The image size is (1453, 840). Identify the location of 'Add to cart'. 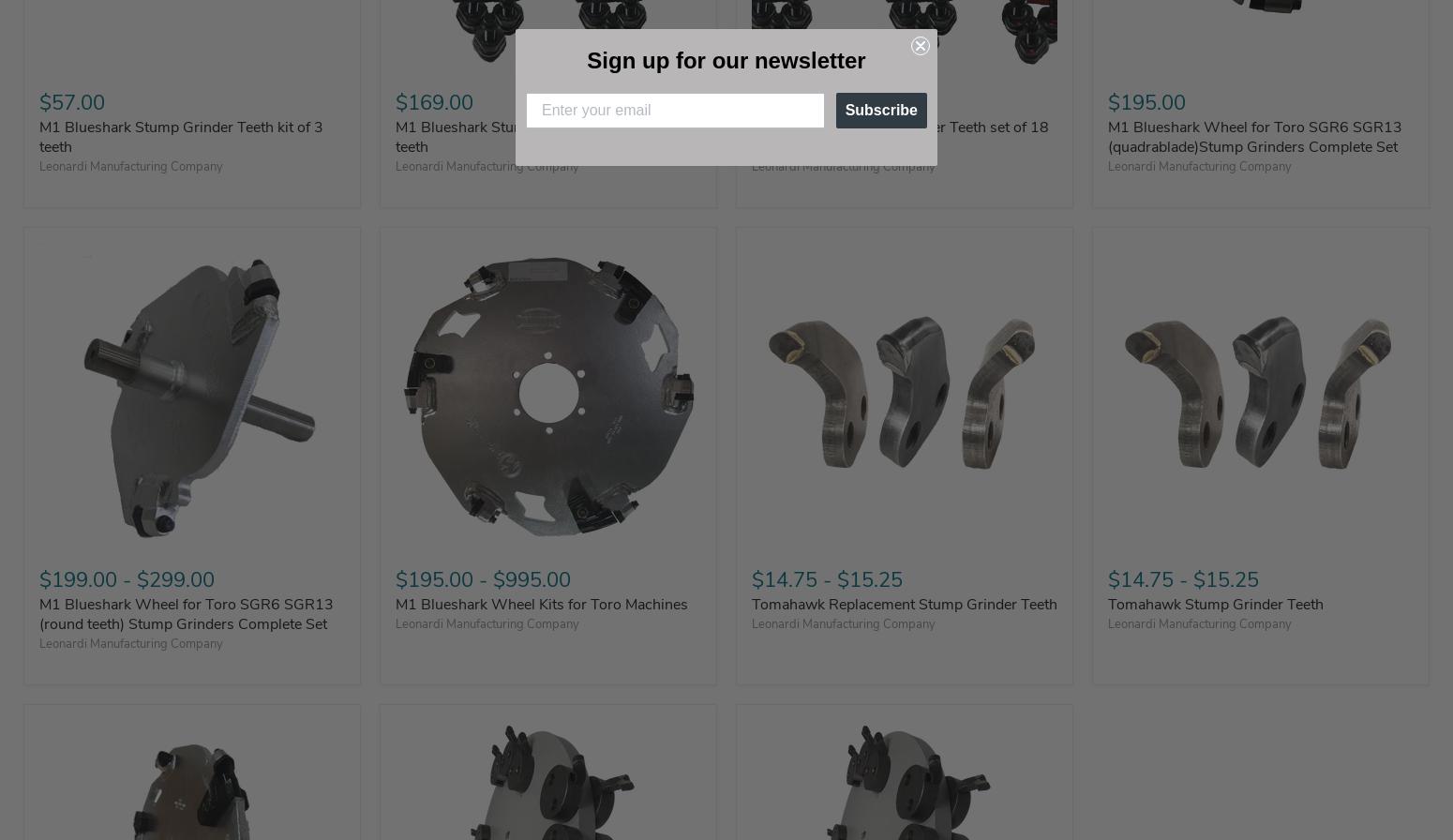
(1338, 173).